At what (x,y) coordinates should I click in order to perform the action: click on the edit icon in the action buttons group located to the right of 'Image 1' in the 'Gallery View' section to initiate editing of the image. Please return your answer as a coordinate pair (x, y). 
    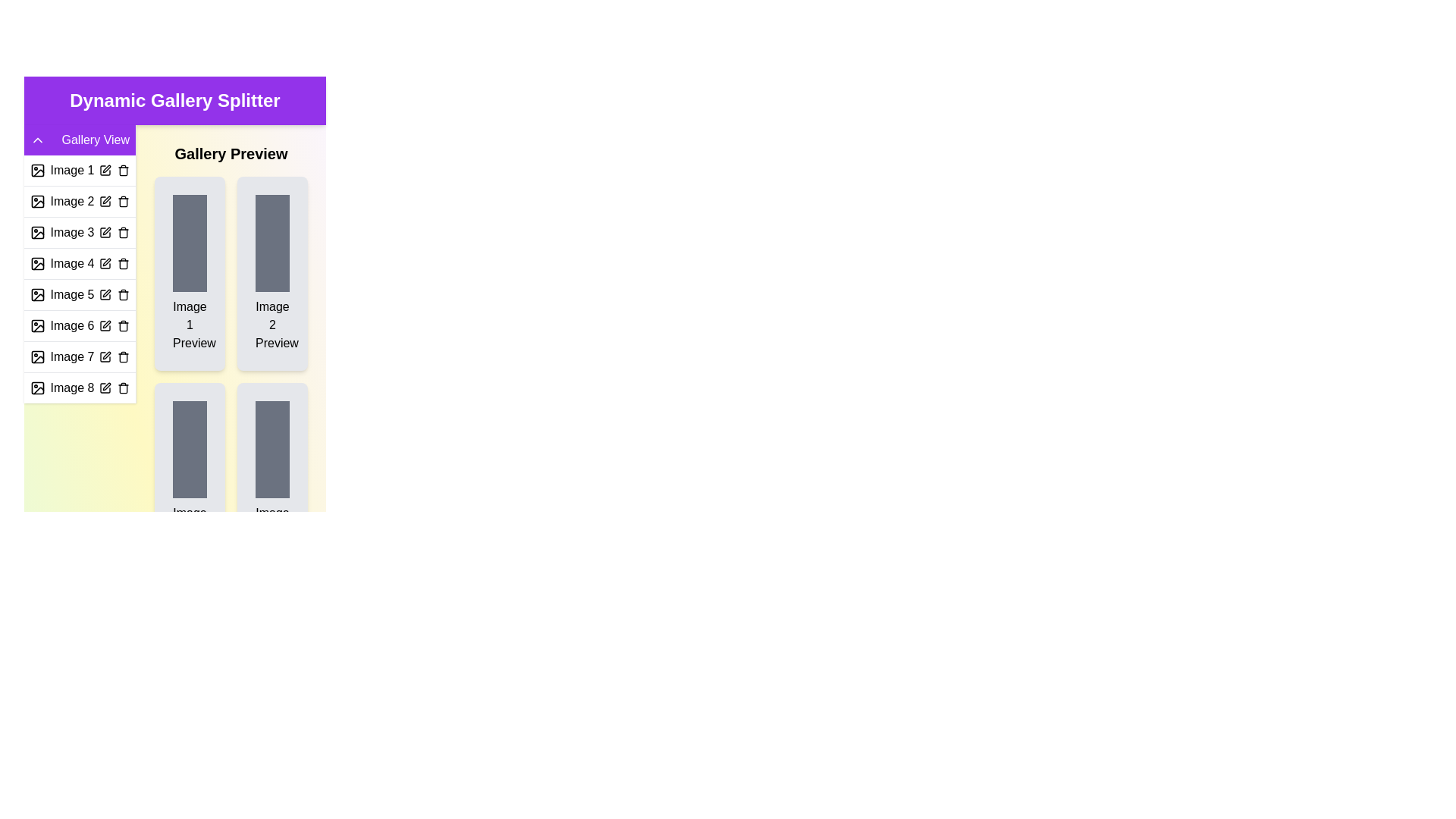
    Looking at the image, I should click on (113, 170).